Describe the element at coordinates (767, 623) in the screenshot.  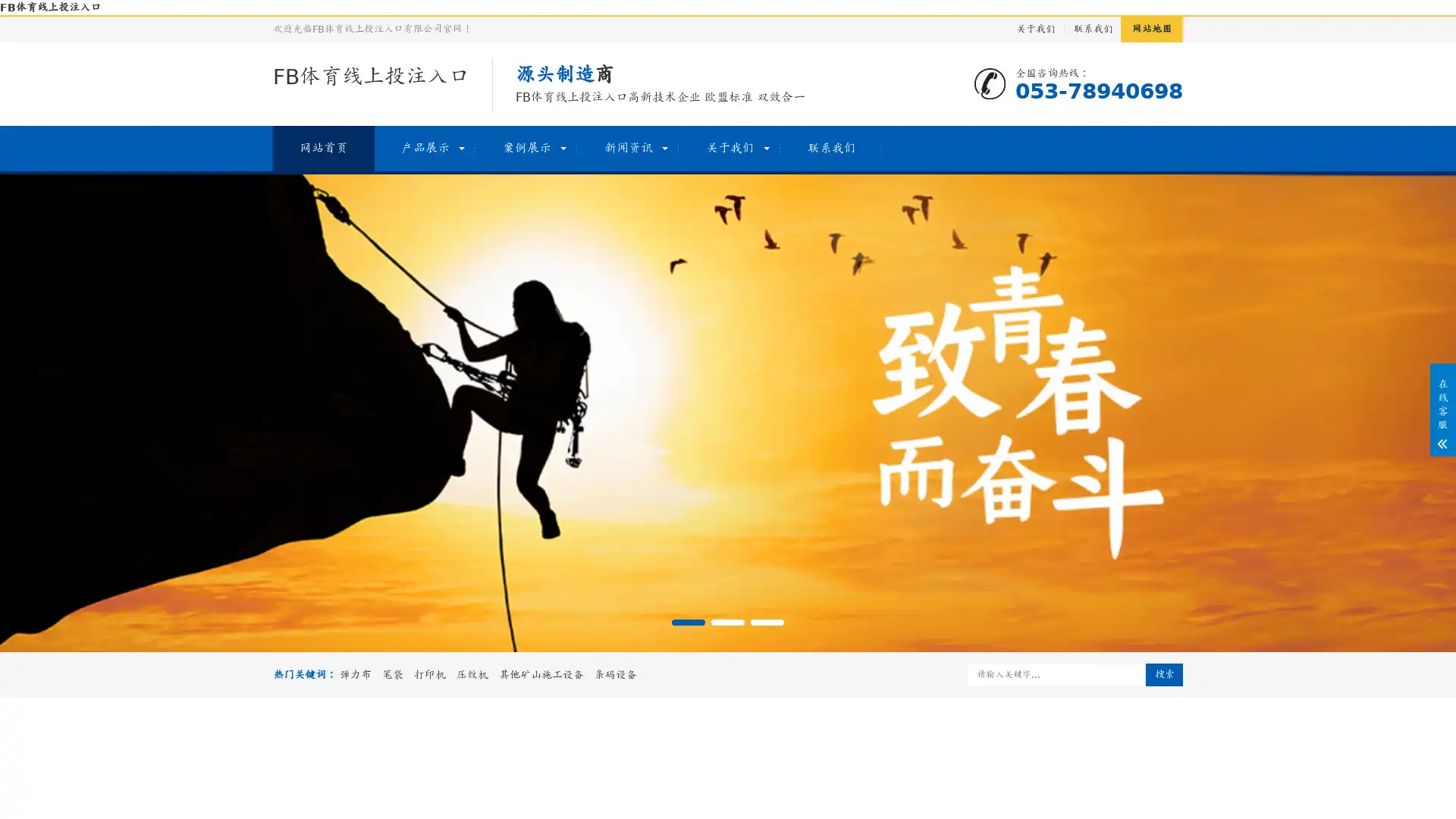
I see `Go to slide 3` at that location.